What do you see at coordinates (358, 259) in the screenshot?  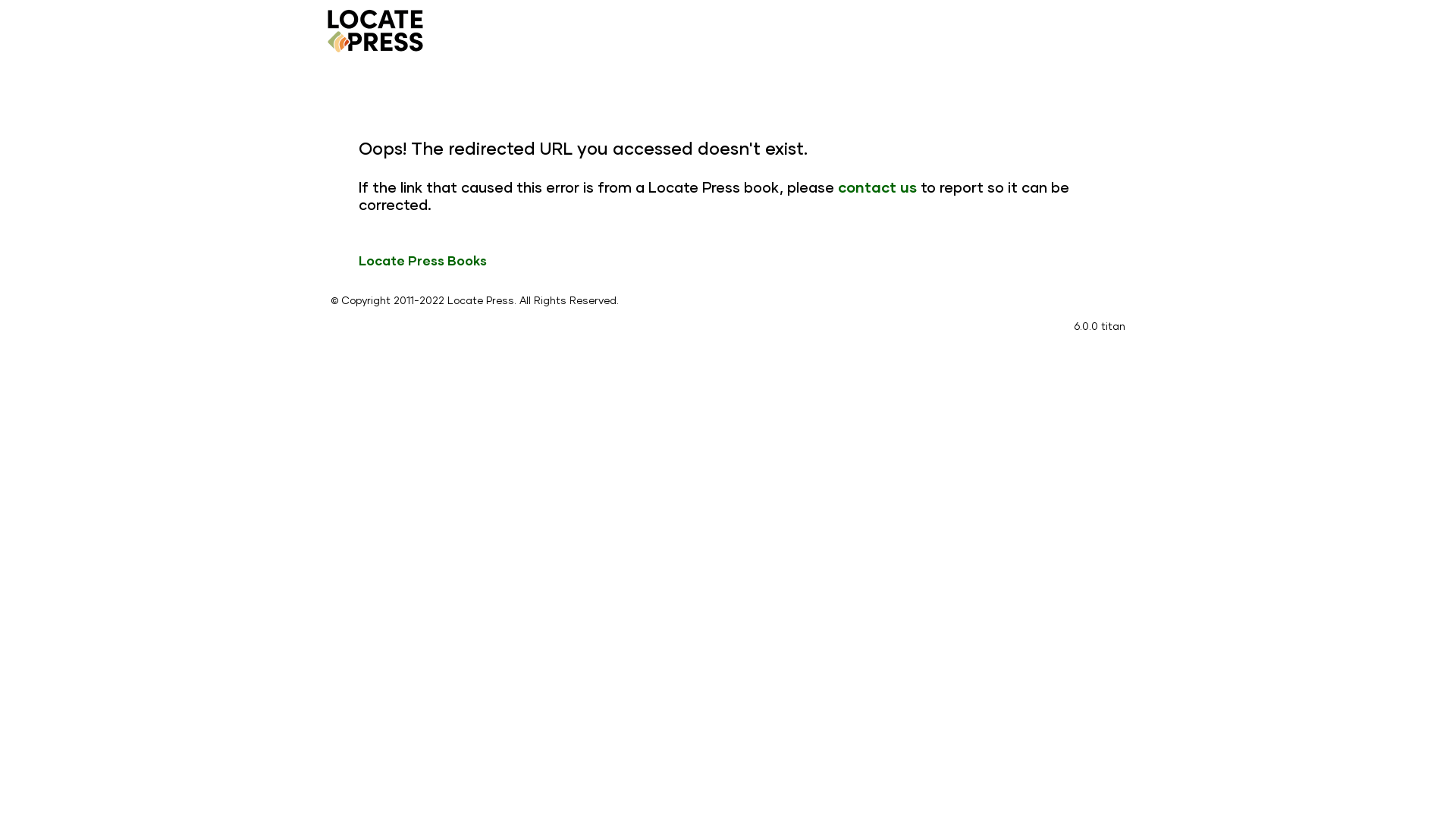 I see `'Locate Press Books'` at bounding box center [358, 259].